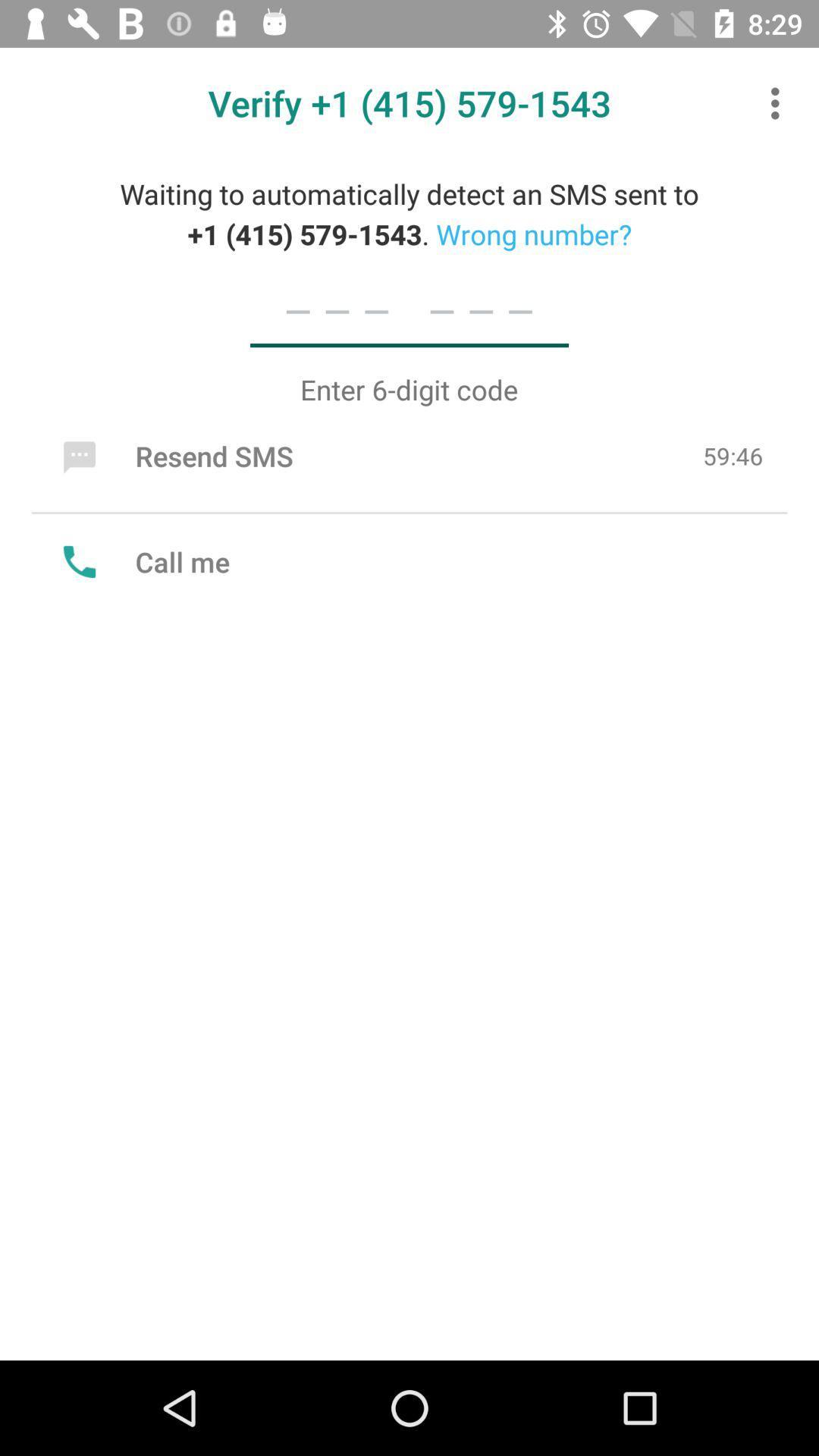 The image size is (819, 1456). Describe the element at coordinates (143, 560) in the screenshot. I see `icon on the left` at that location.